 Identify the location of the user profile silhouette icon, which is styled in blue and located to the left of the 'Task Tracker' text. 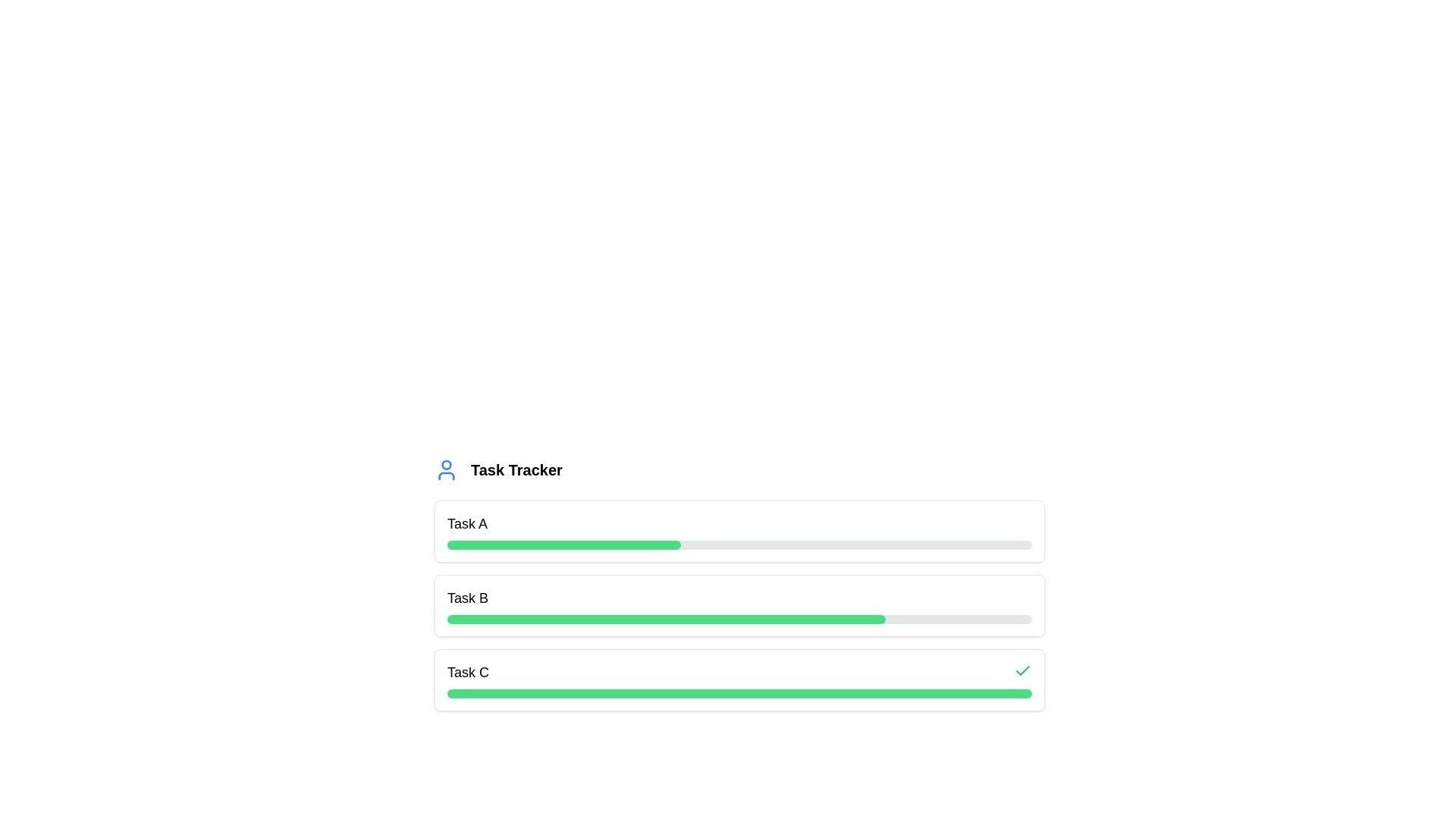
(446, 469).